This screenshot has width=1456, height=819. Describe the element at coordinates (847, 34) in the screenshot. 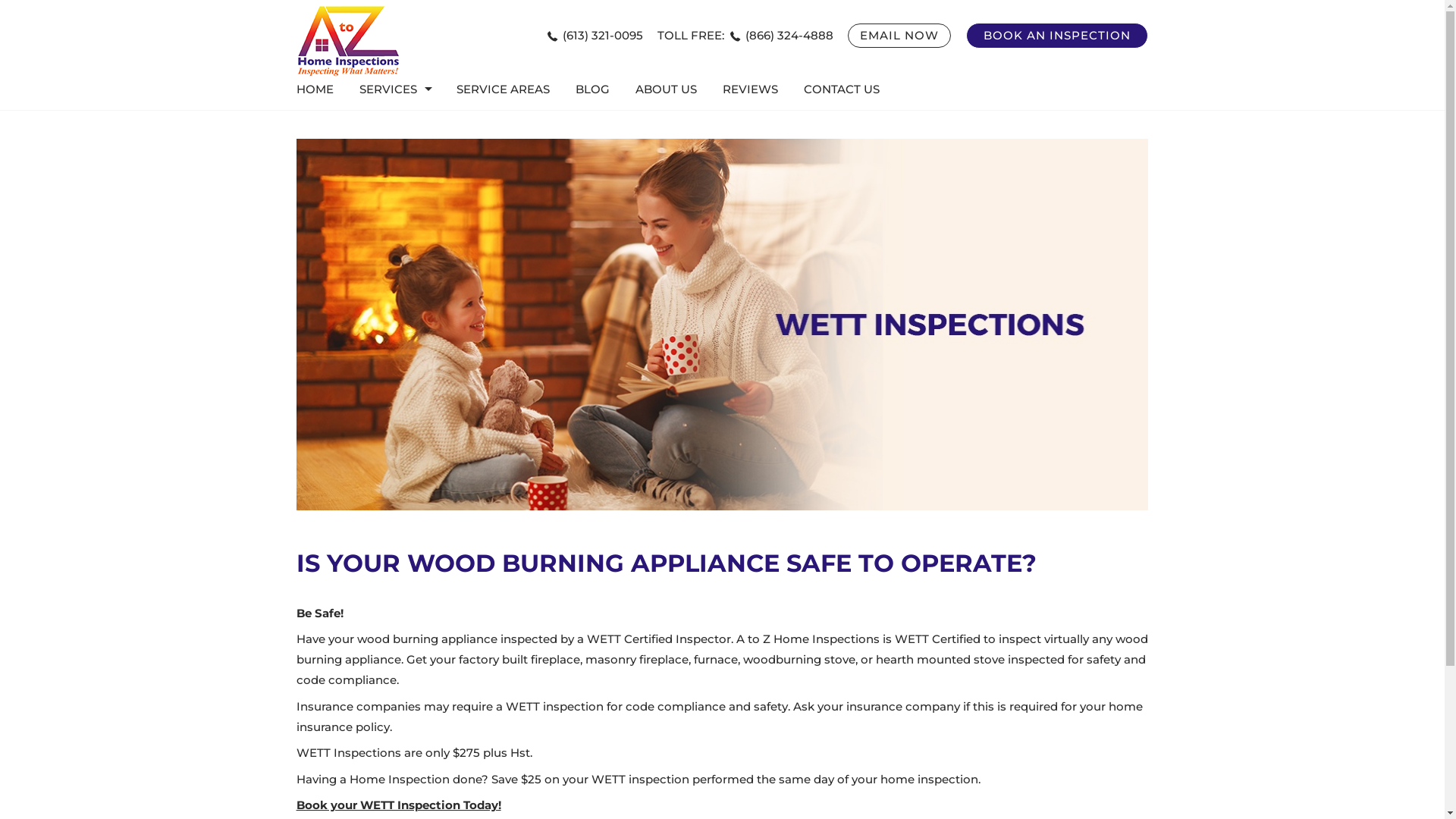

I see `'EMAIL NOW'` at that location.